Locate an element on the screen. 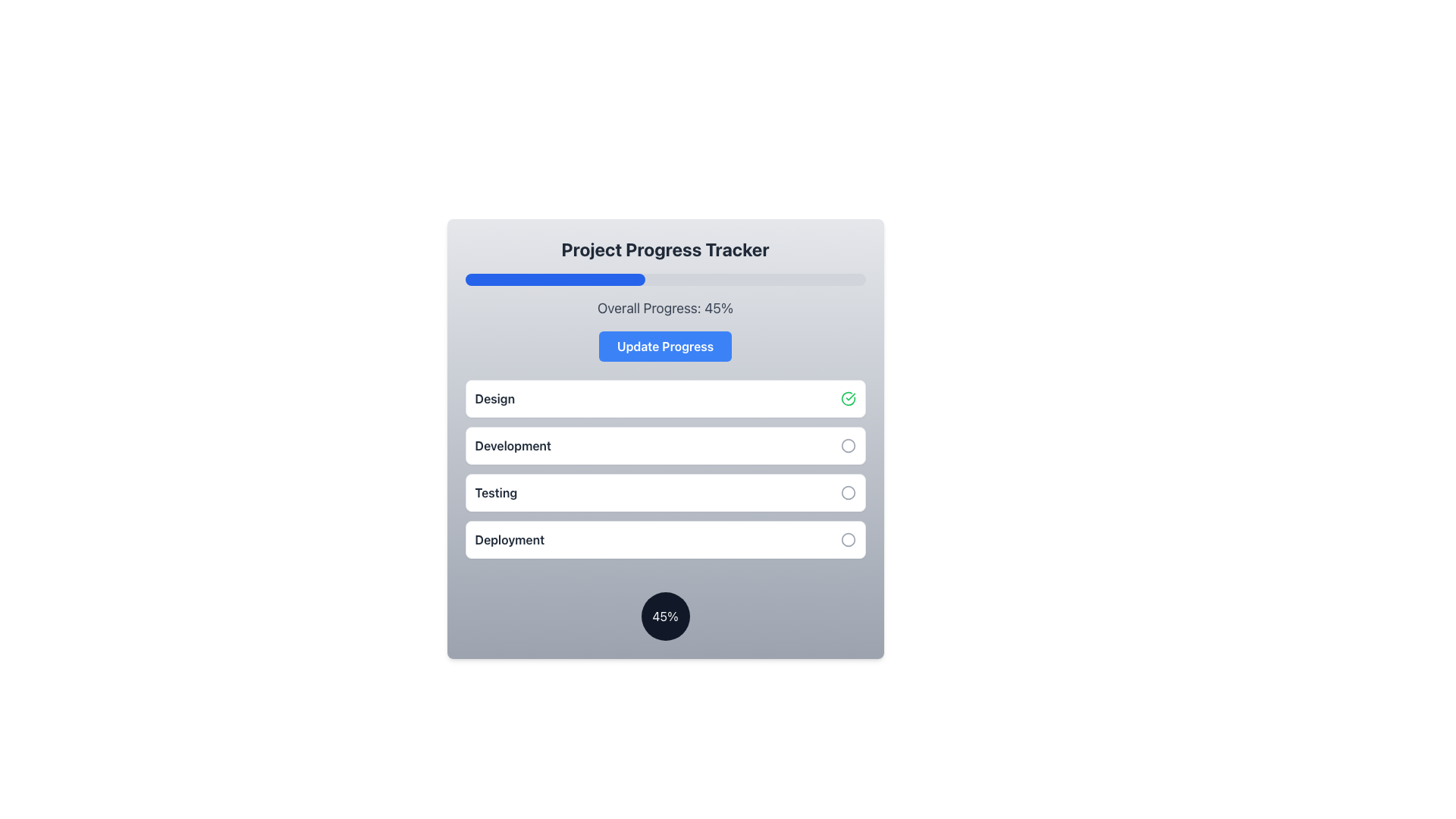  the 'Testing' phase in the project progress tracker is located at coordinates (665, 493).